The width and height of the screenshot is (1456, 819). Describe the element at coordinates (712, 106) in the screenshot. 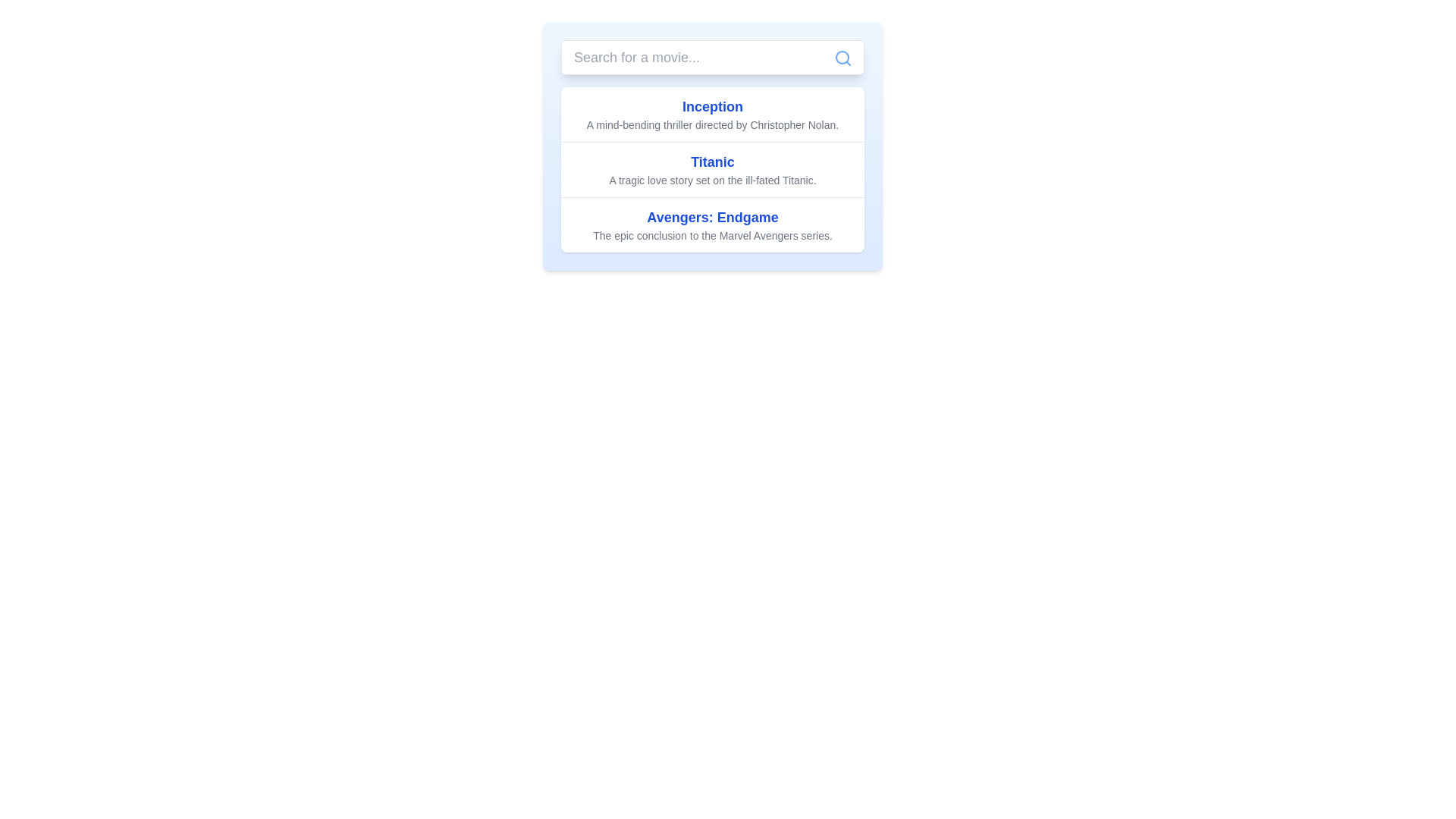

I see `the Text display element that serves as a title for the movie 'Inception', which is positioned in the first row of a list of movie titles` at that location.